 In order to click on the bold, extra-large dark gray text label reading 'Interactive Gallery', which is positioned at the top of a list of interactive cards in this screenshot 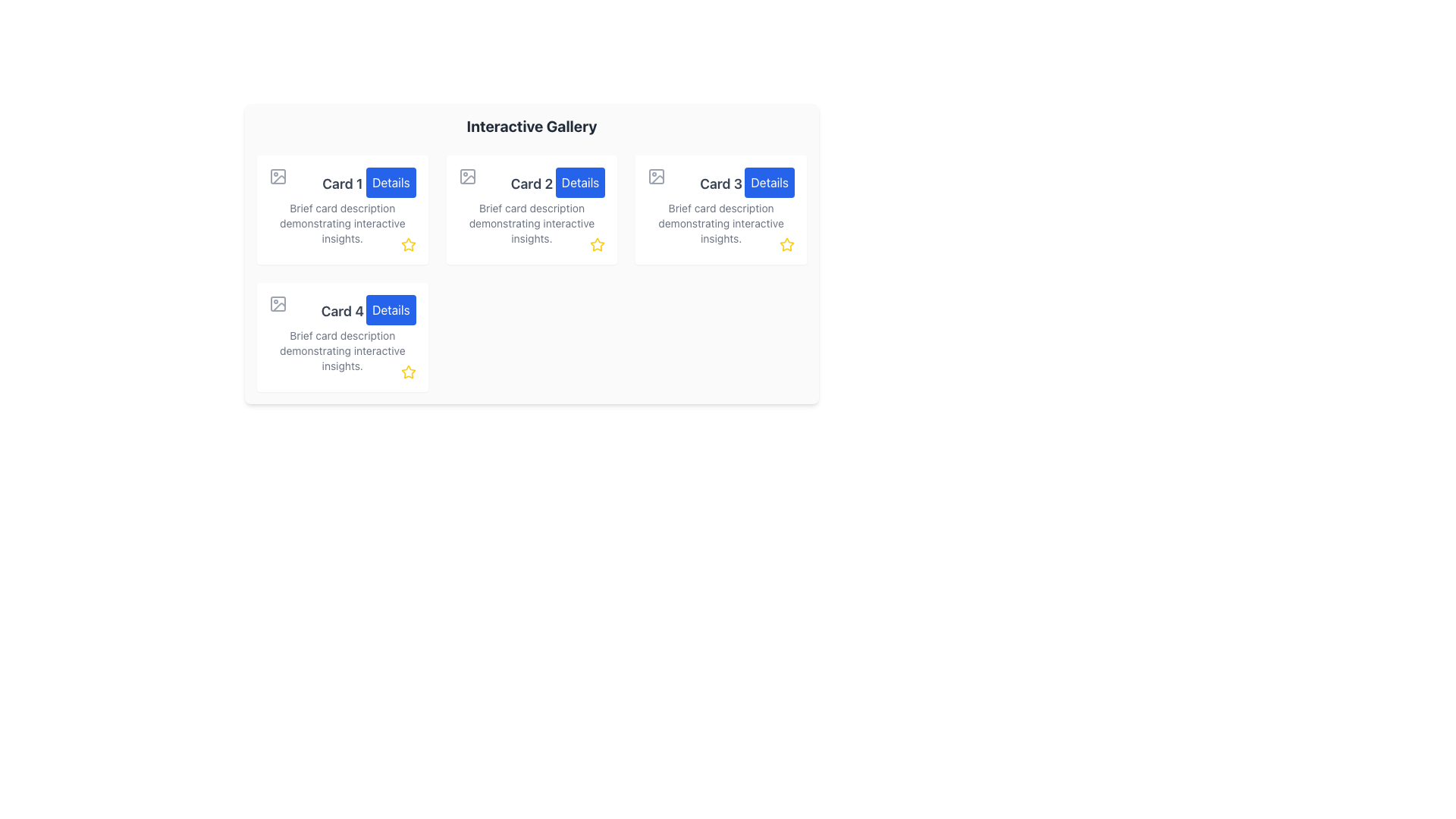, I will do `click(532, 125)`.